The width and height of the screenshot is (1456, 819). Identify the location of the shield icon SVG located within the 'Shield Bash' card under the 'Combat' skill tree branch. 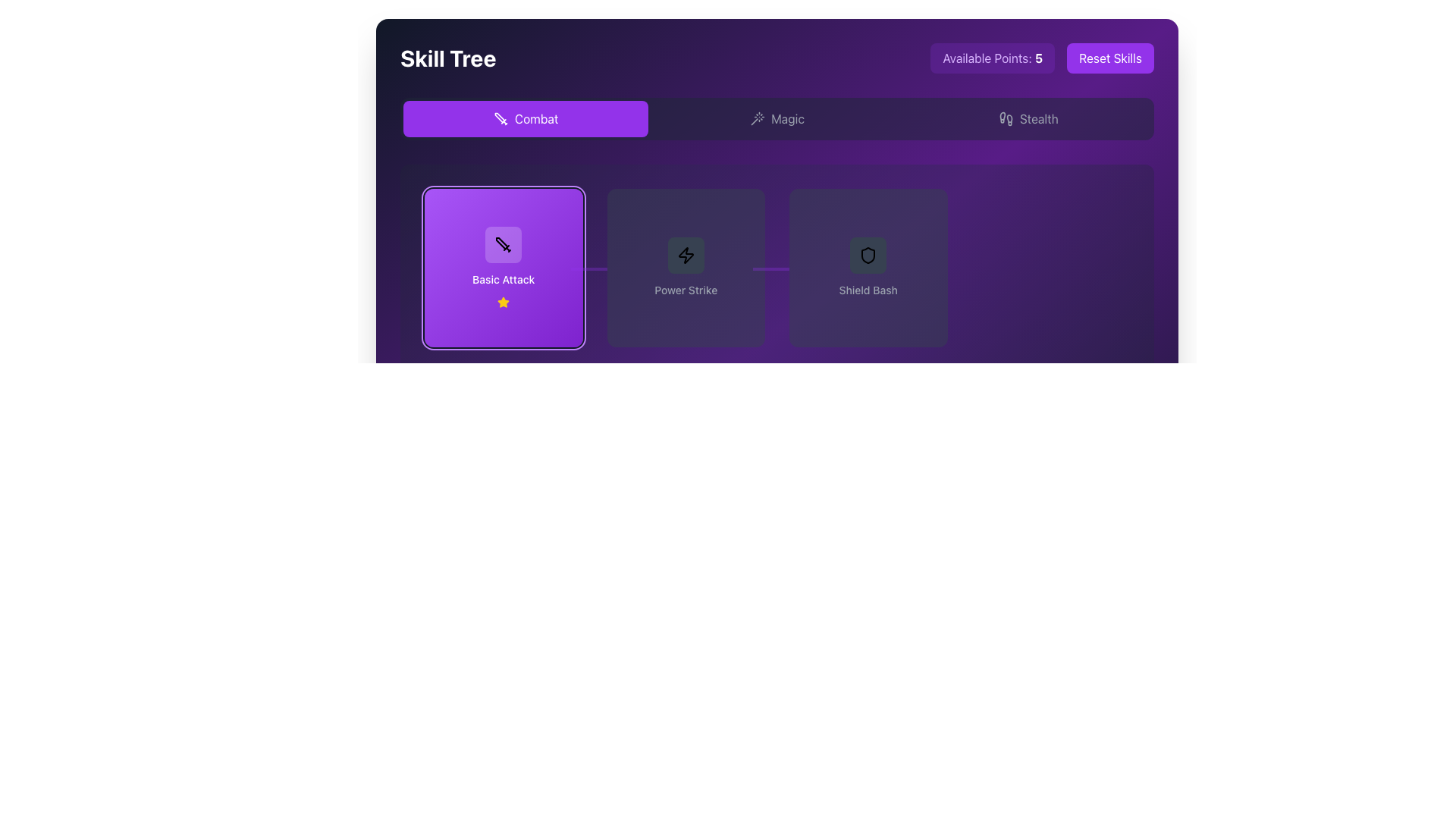
(868, 255).